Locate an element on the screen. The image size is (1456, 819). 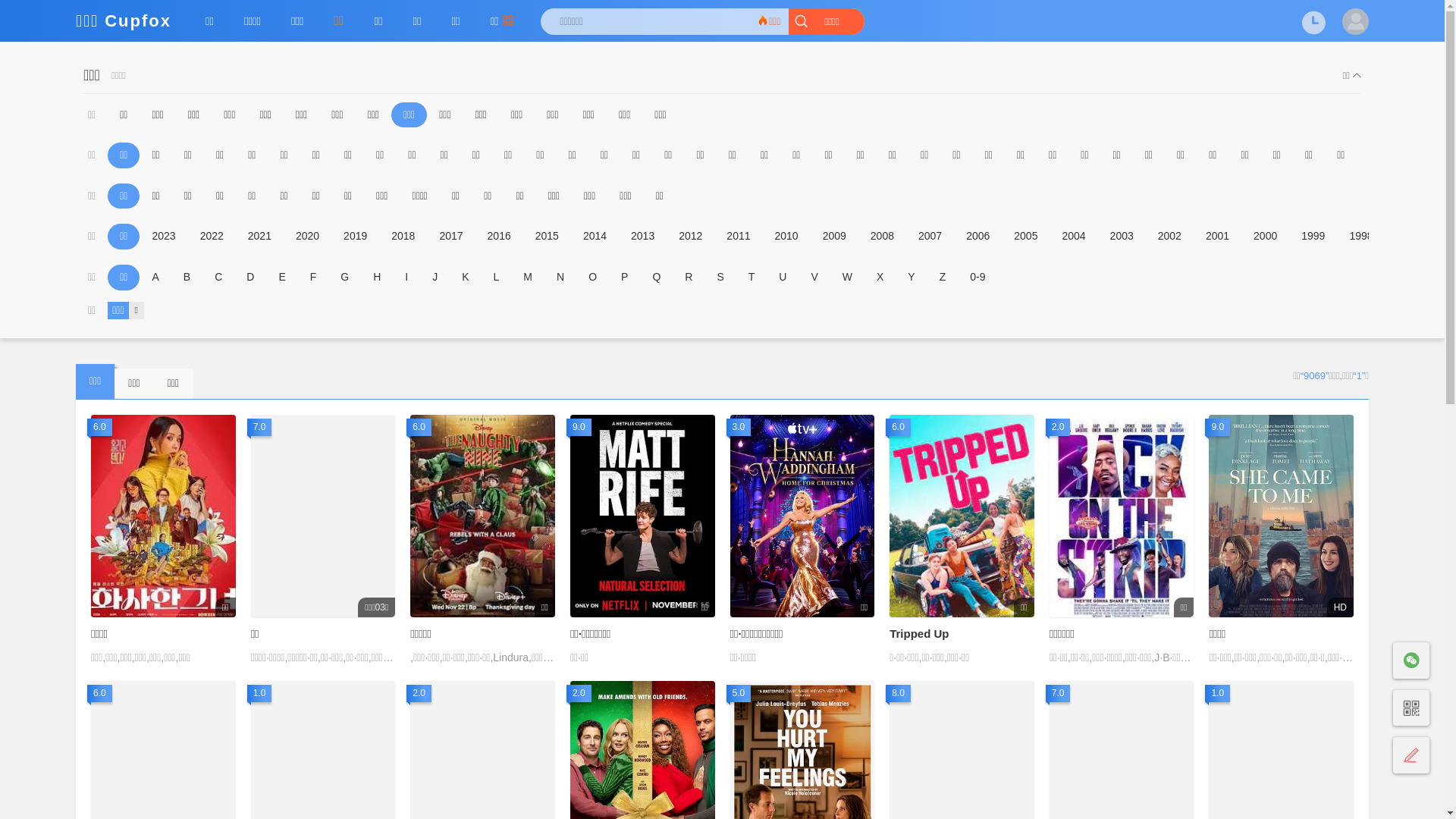
'2020' is located at coordinates (284, 237).